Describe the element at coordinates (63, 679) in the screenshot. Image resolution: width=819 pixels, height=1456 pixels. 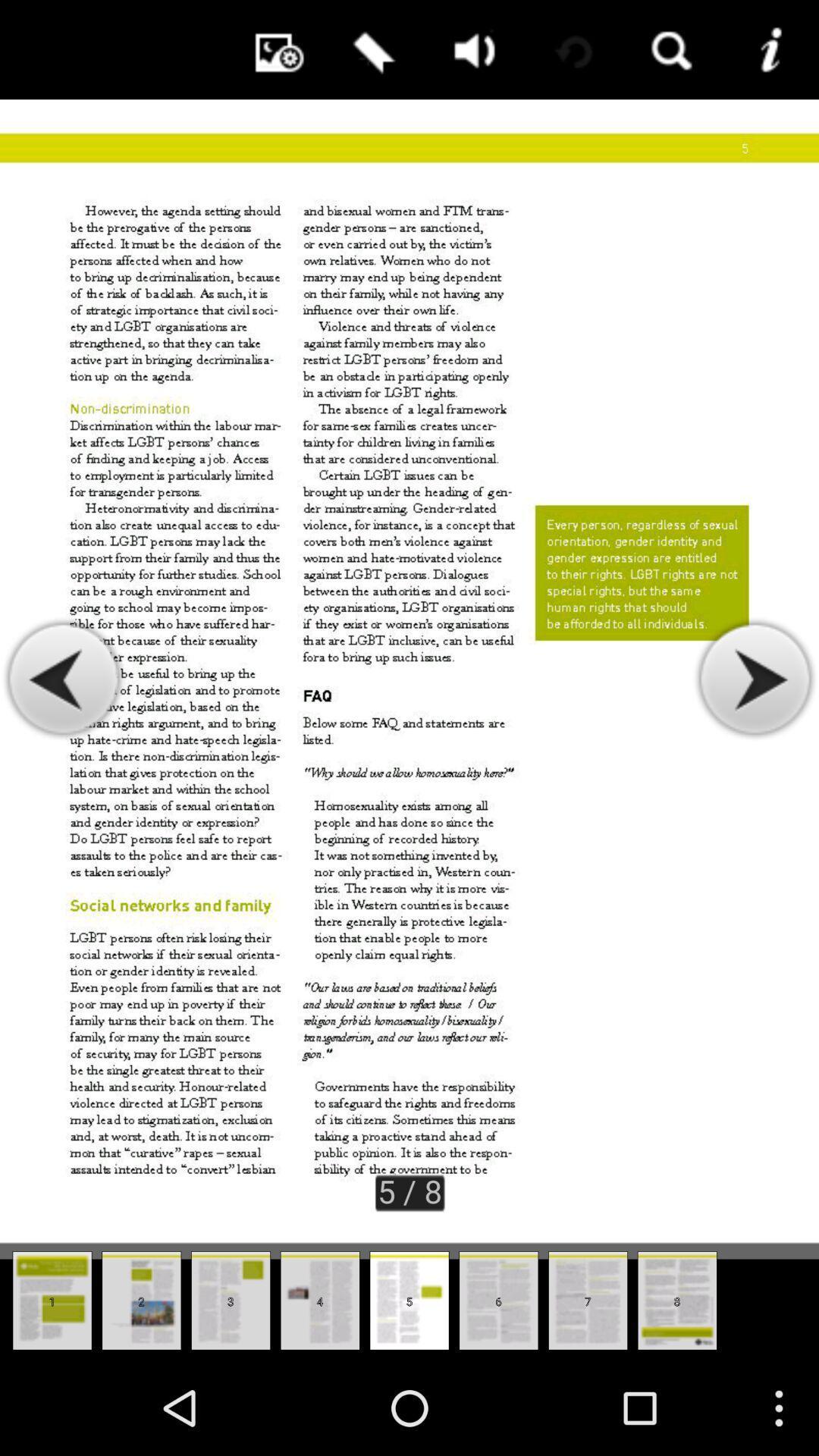
I see `scroll left` at that location.